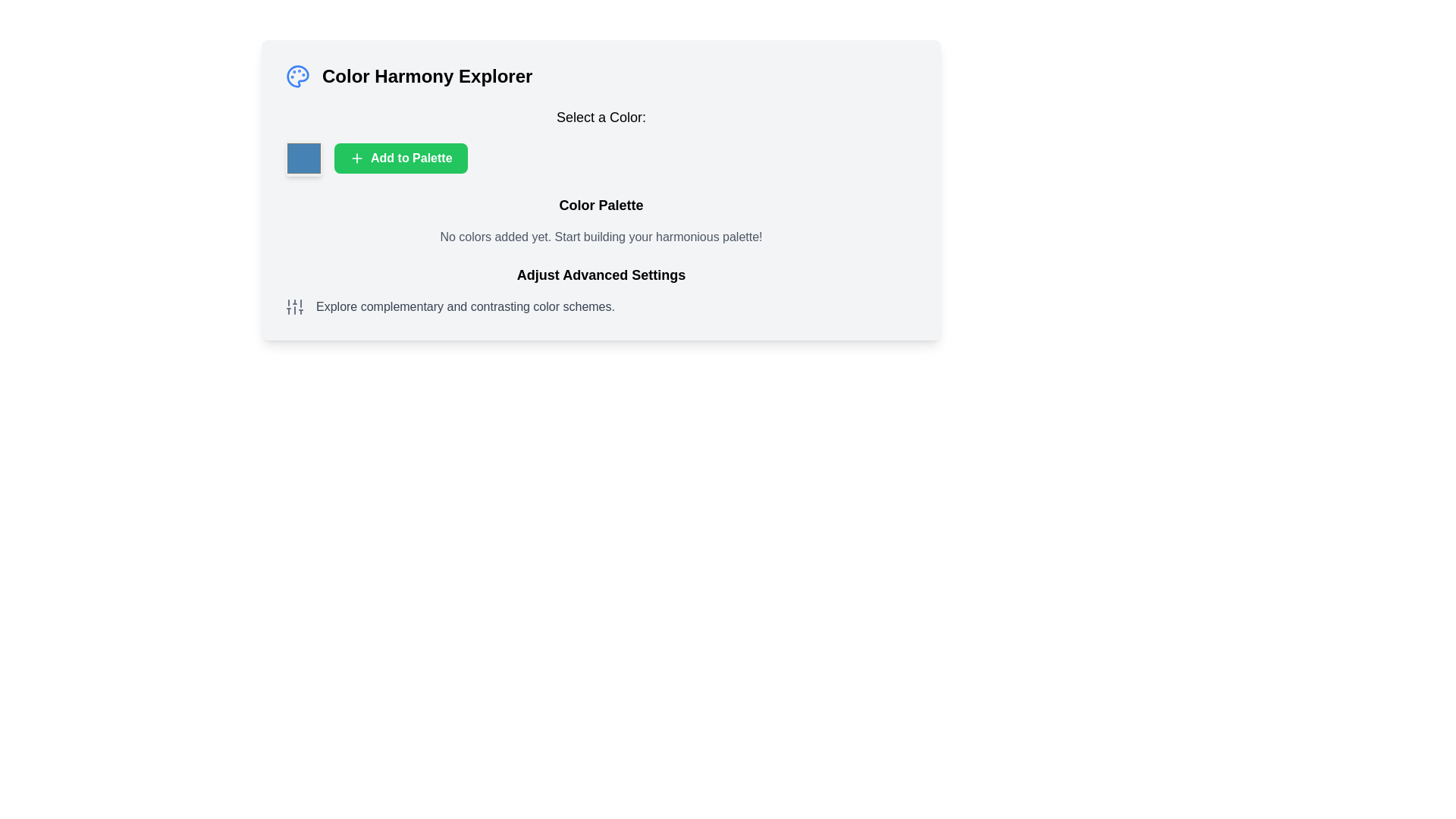 Image resolution: width=1456 pixels, height=819 pixels. What do you see at coordinates (356, 158) in the screenshot?
I see `the icon to the left of the 'Add to Palette' text` at bounding box center [356, 158].